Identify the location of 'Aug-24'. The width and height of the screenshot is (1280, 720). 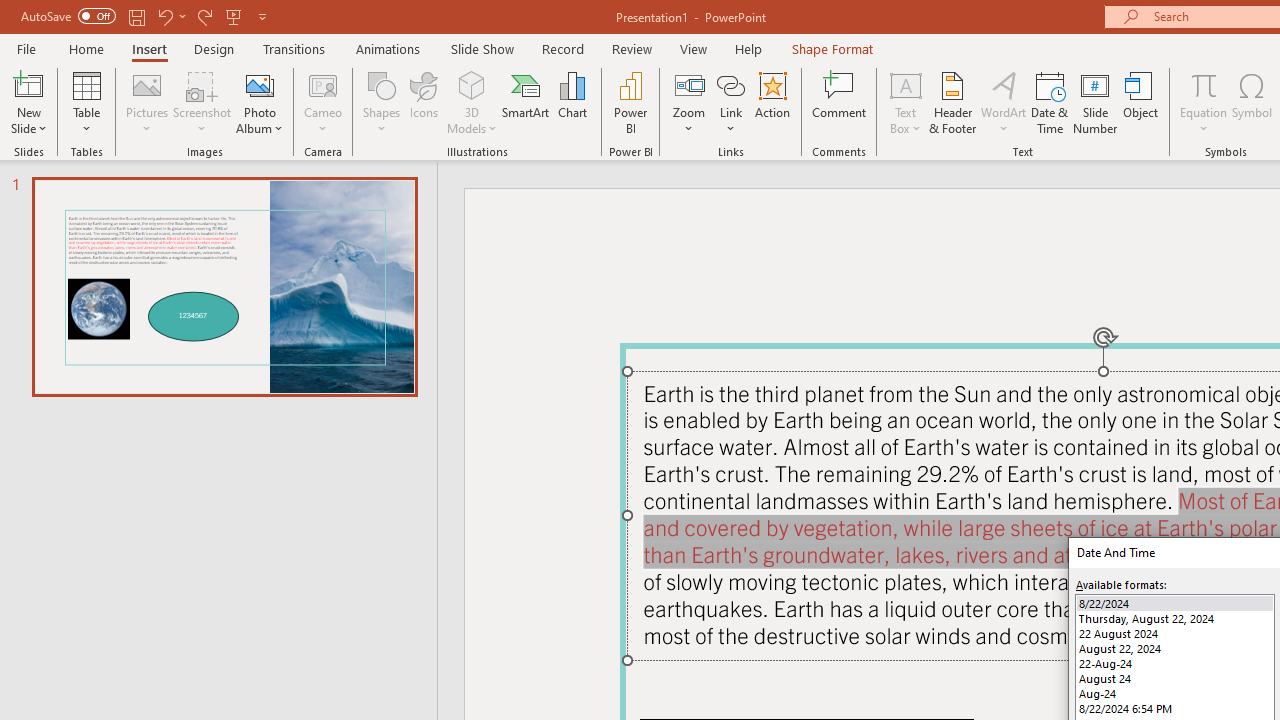
(1175, 692).